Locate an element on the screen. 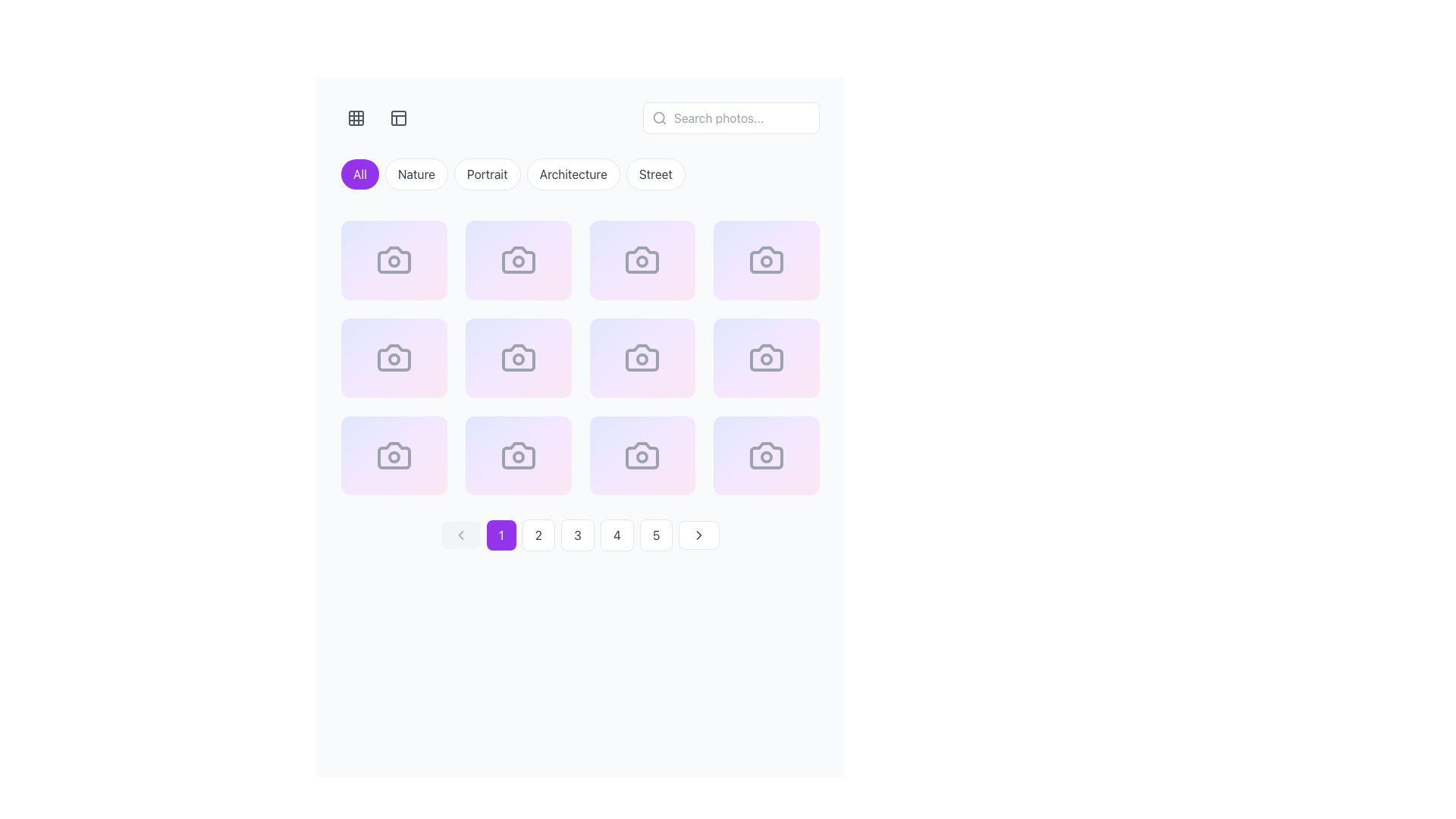 Image resolution: width=1456 pixels, height=819 pixels. the minimalistic gray camera icon located in the fourth cell of the second row in a grid layout is located at coordinates (642, 455).